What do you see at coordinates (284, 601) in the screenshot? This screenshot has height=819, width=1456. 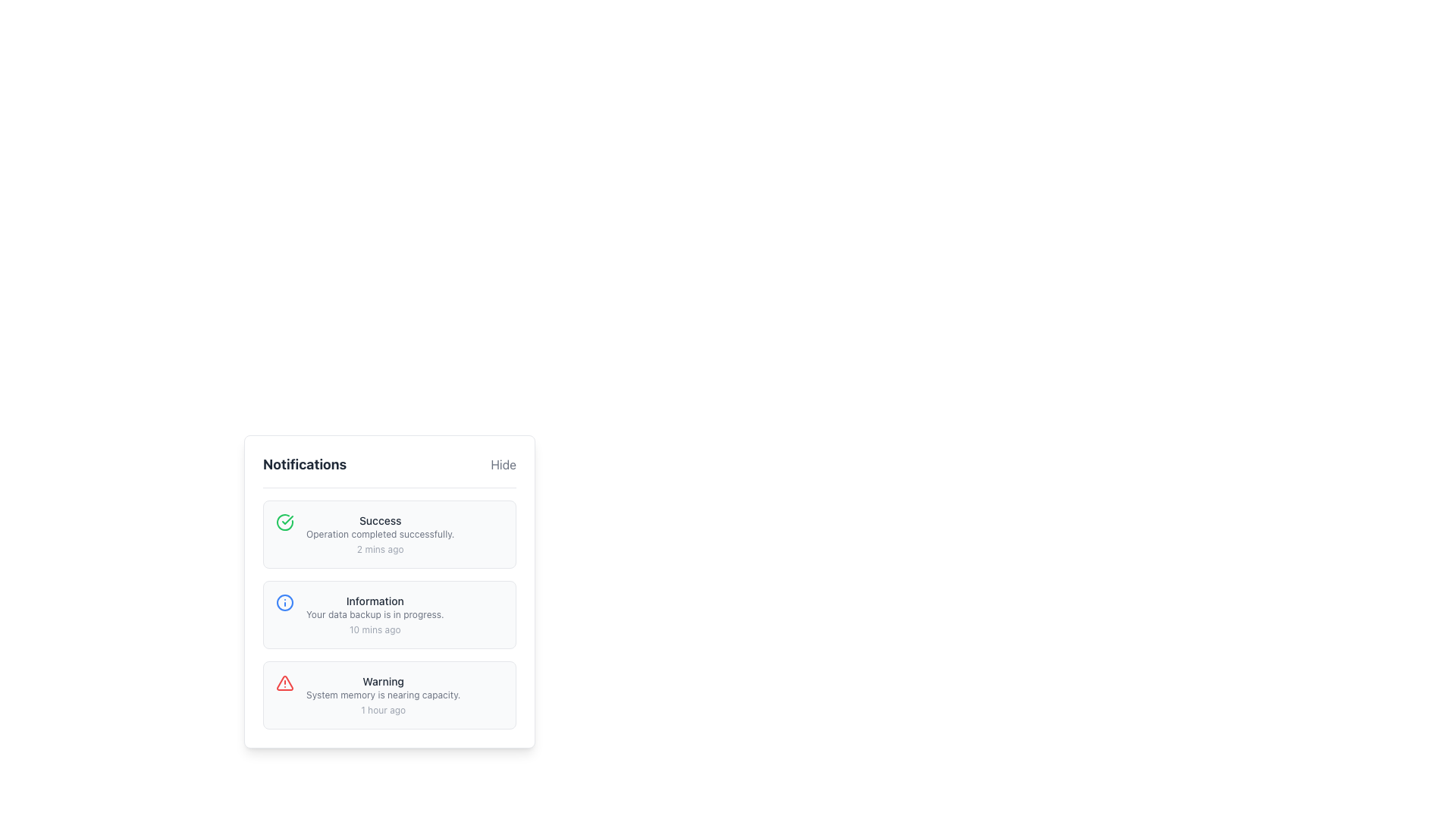 I see `the 'information' icon, which is a blue circular outline with an 'i' inside, located at the beginning of the second notification card for information about data backup` at bounding box center [284, 601].